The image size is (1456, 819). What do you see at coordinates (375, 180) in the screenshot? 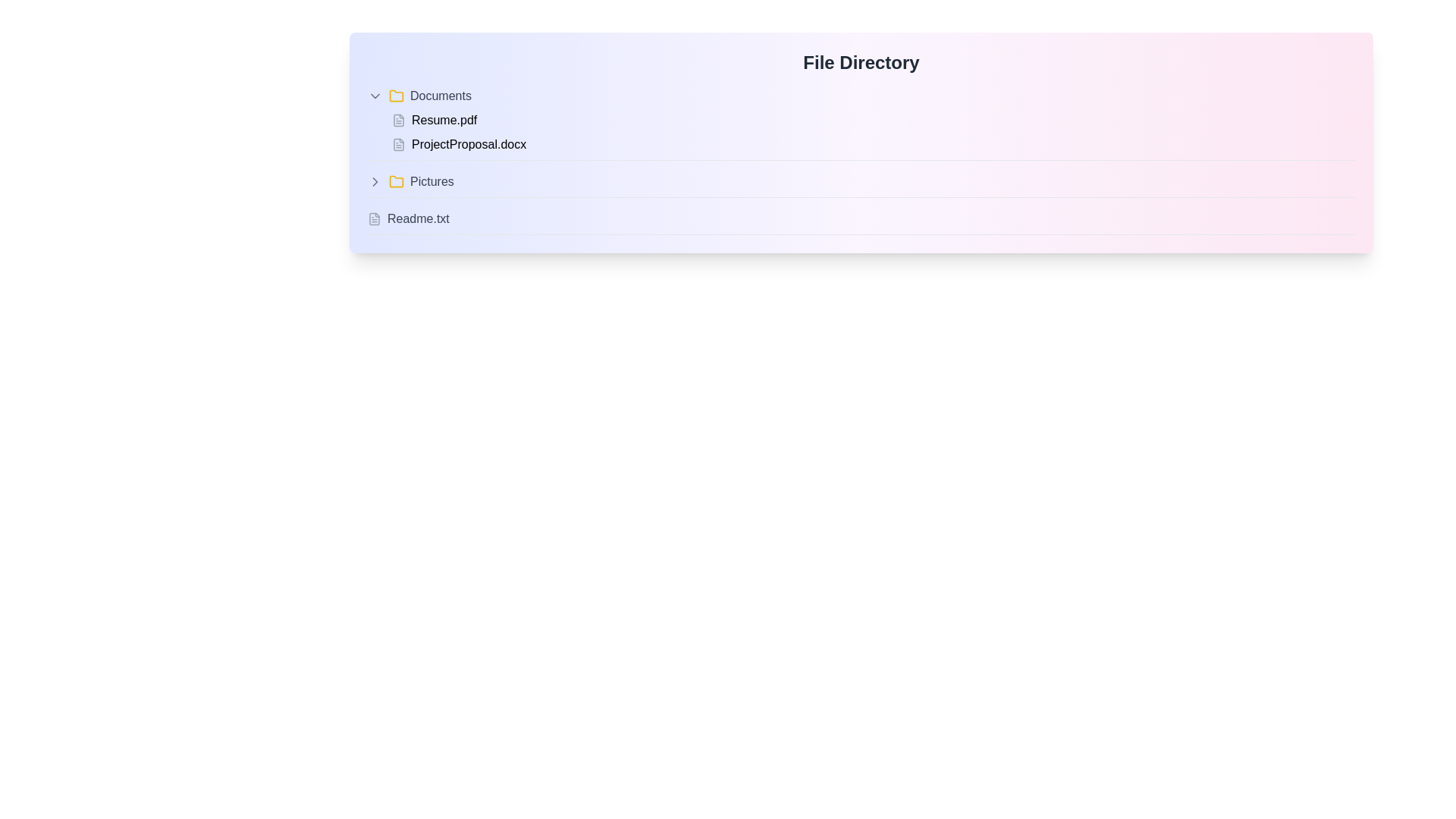
I see `the chevron icon` at bounding box center [375, 180].